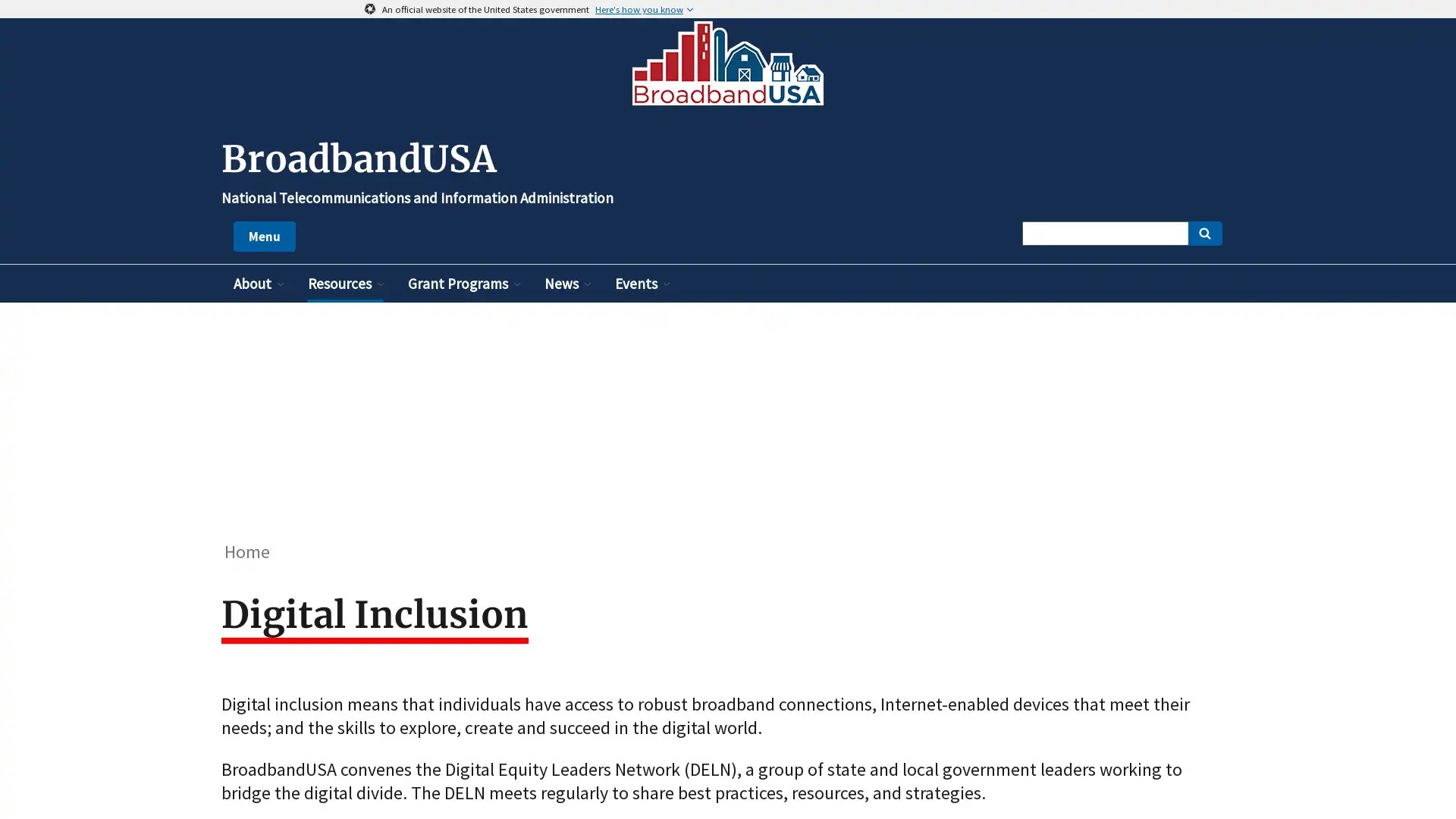  Describe the element at coordinates (345, 284) in the screenshot. I see `Resources` at that location.